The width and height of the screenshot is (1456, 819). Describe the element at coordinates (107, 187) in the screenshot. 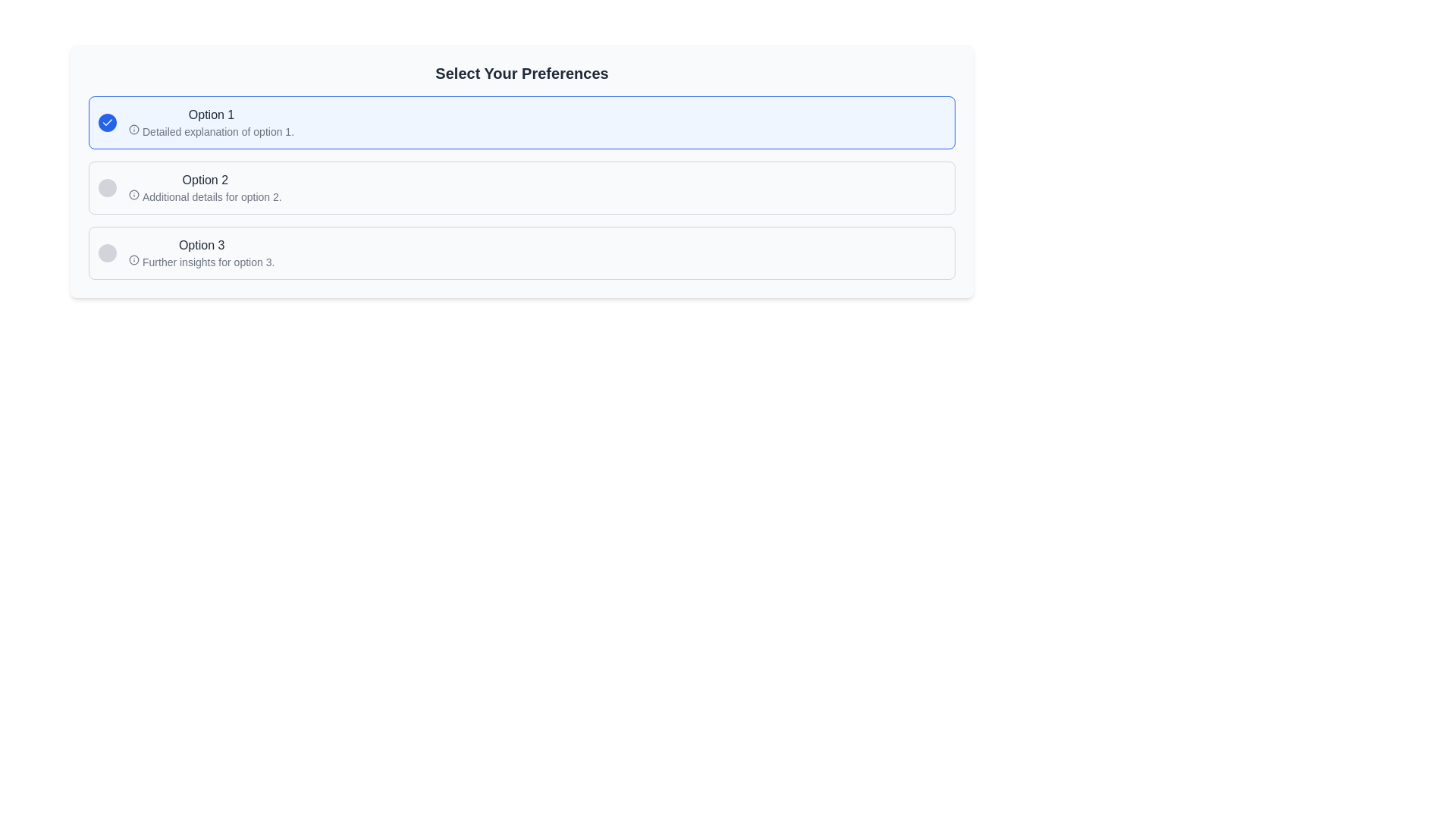

I see `the second circular indicator element with a neutral gray background located under the 'Option 2' section` at that location.